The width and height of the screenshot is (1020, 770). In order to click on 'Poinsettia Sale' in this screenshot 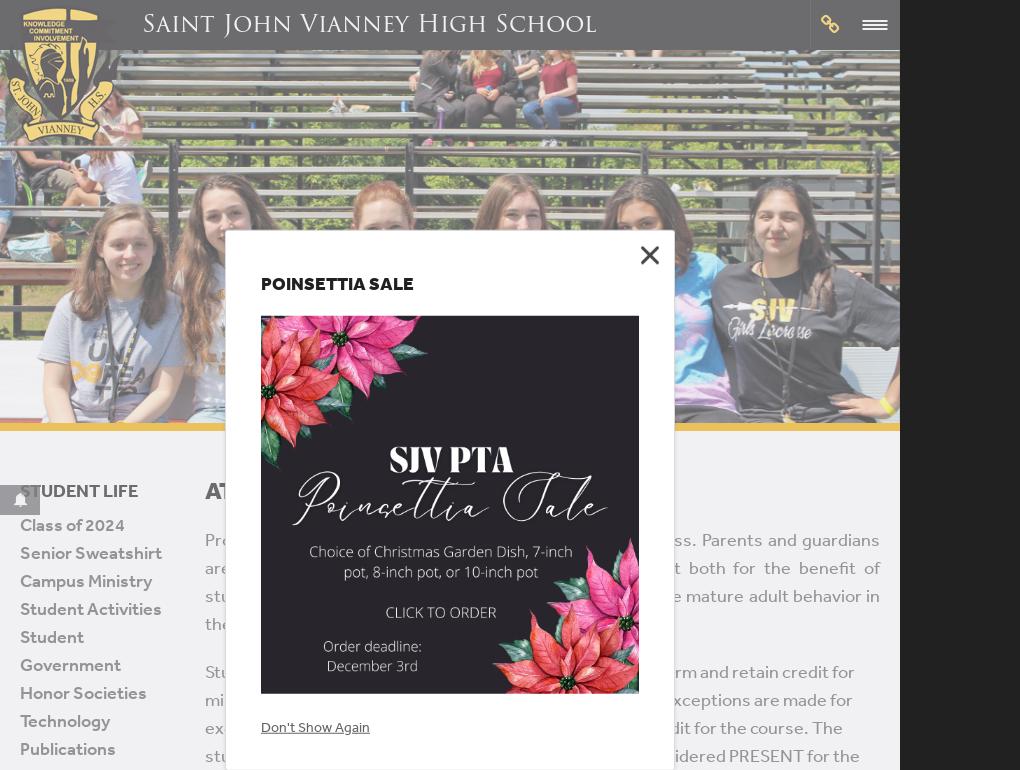, I will do `click(337, 281)`.